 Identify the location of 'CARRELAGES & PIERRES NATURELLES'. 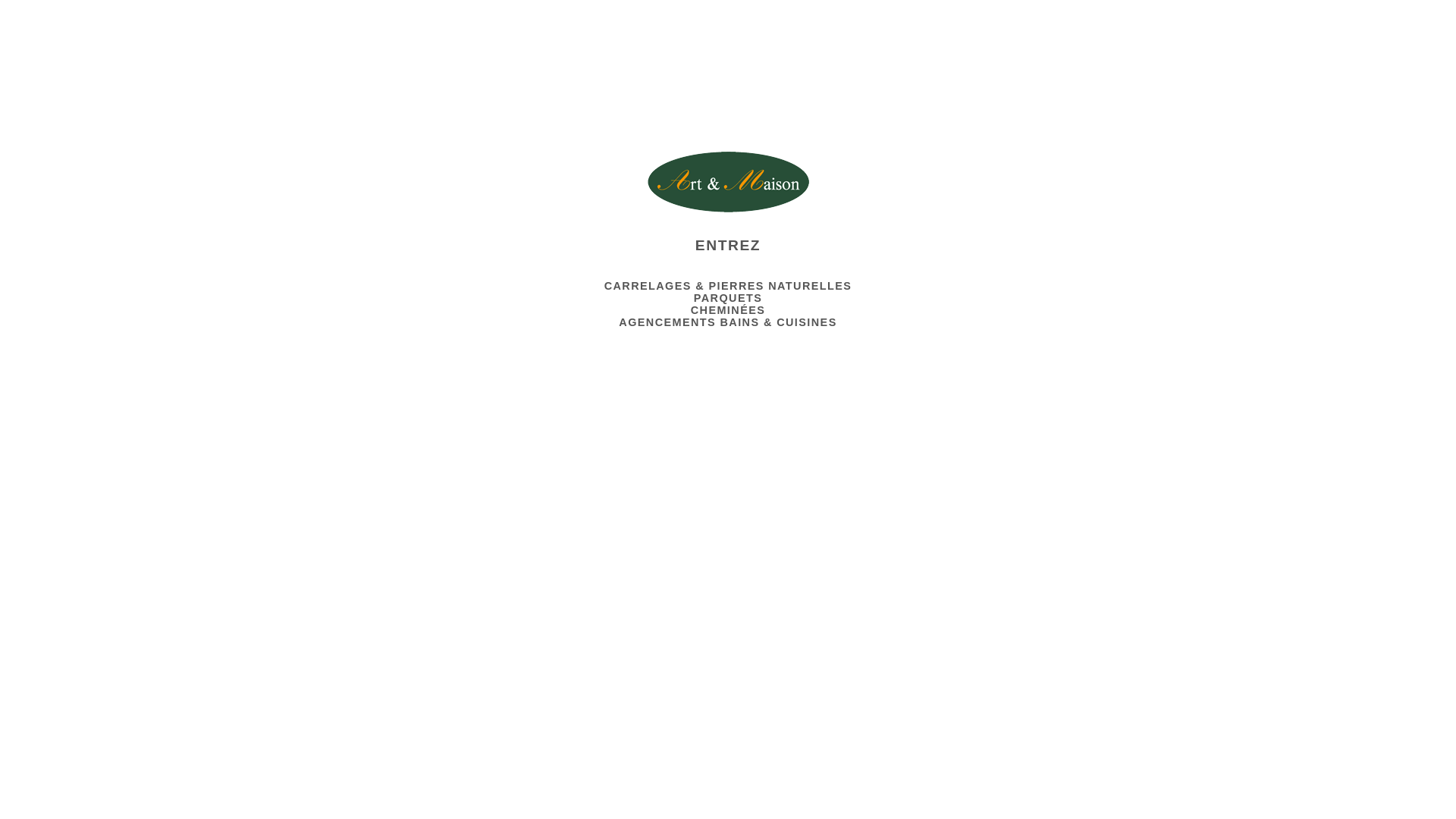
(728, 286).